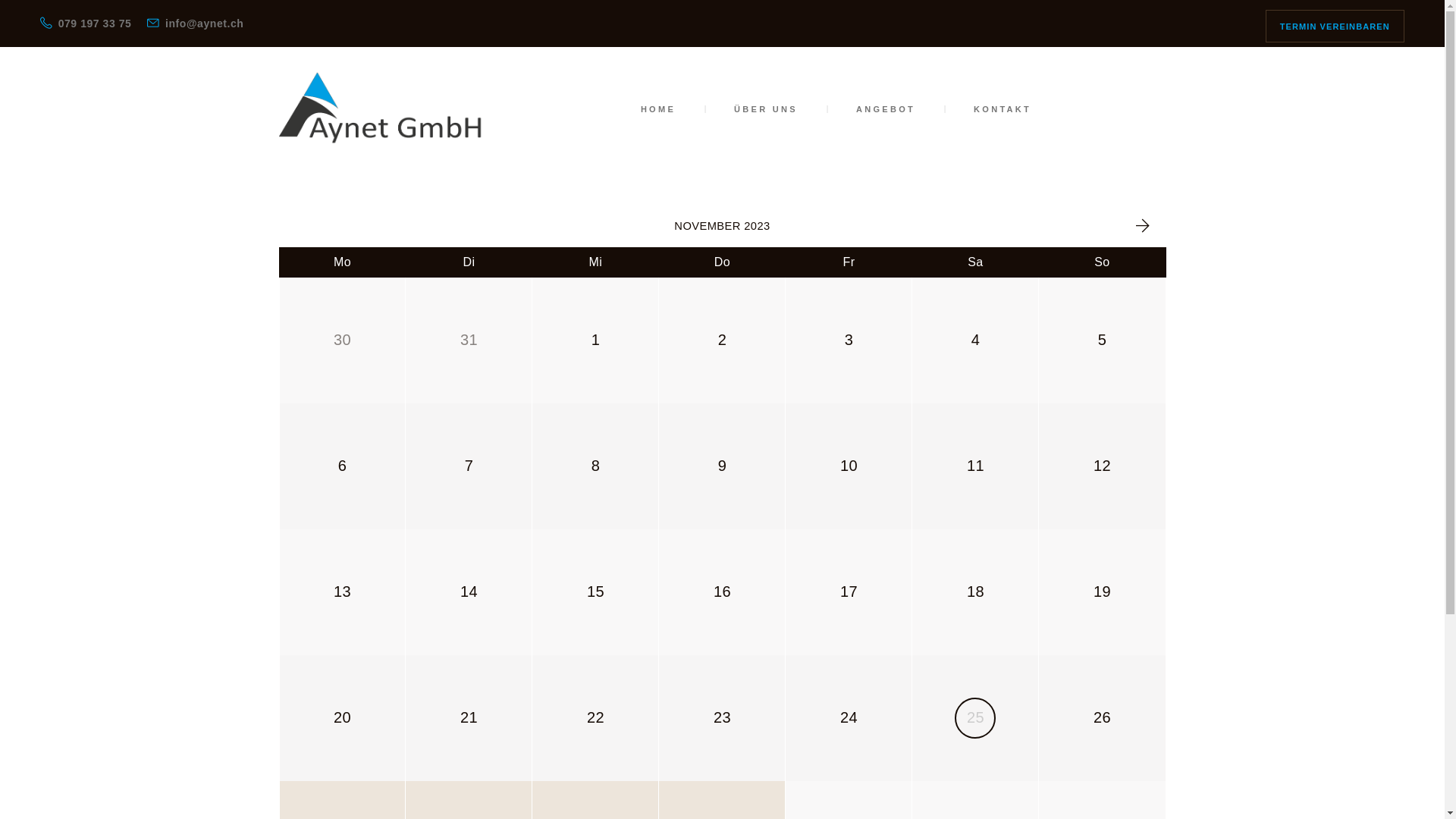 This screenshot has width=1456, height=819. What do you see at coordinates (657, 108) in the screenshot?
I see `'HOME'` at bounding box center [657, 108].